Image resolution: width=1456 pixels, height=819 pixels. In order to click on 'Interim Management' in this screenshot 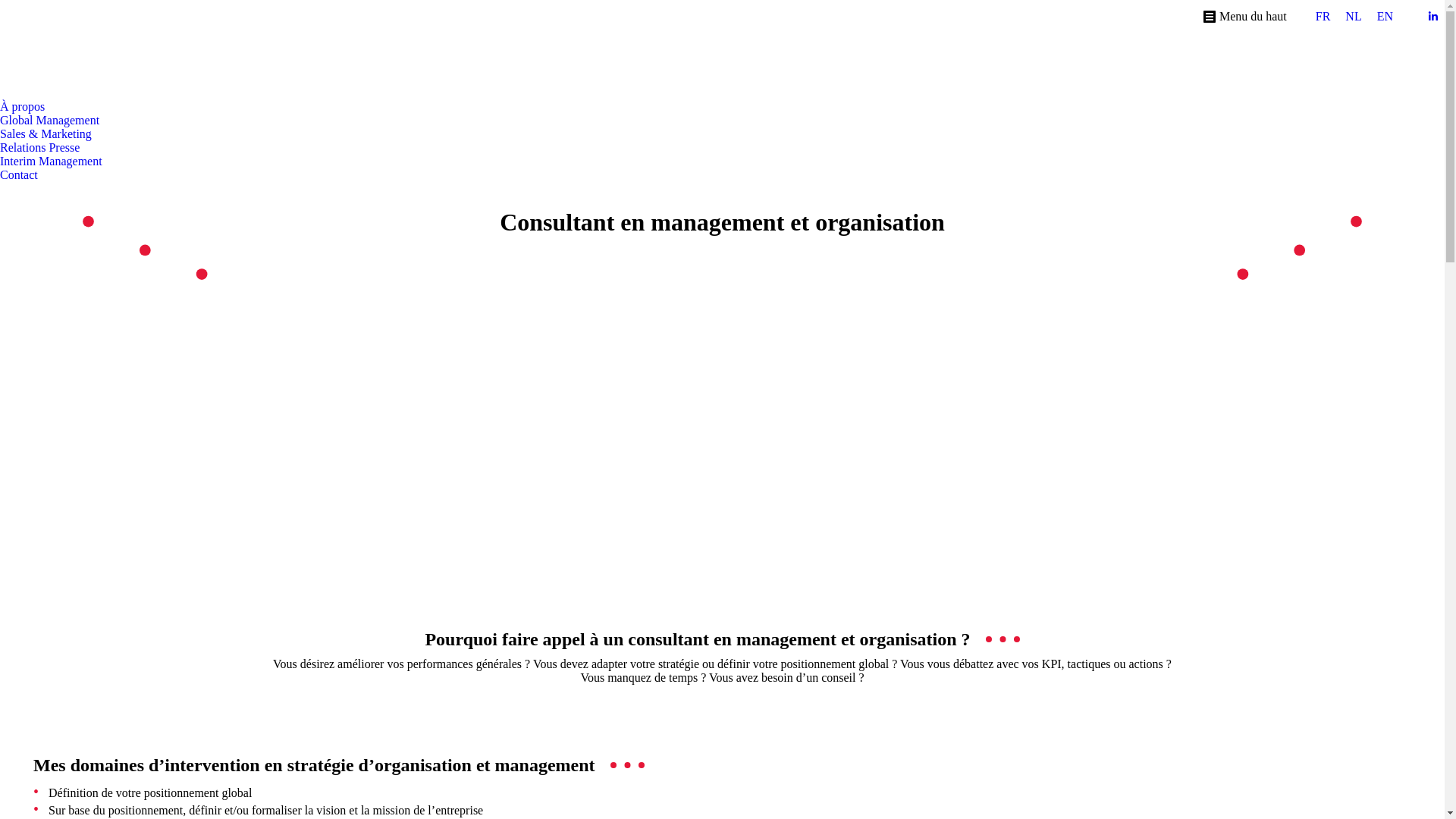, I will do `click(51, 161)`.